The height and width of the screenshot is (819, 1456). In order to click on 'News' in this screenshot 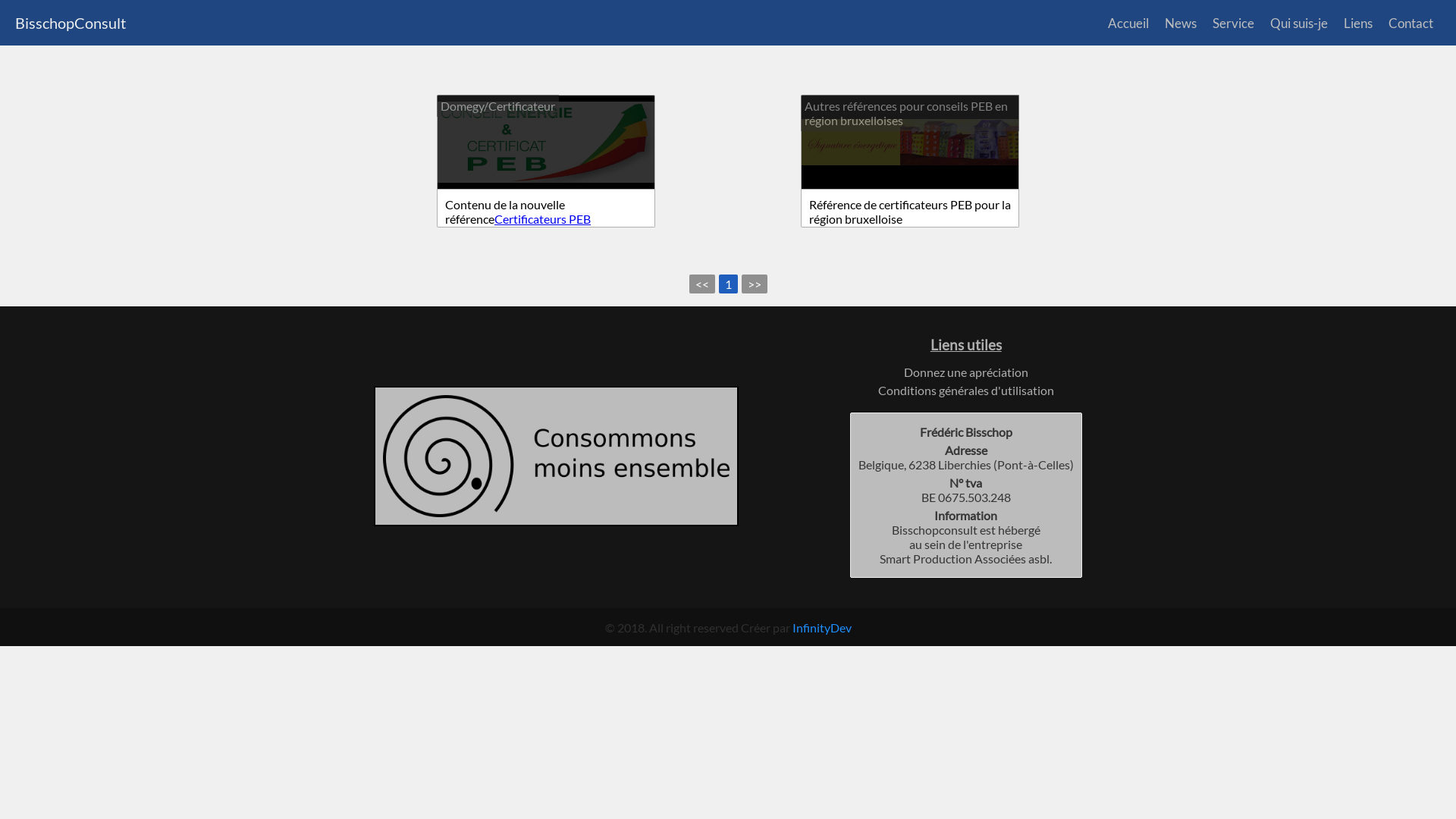, I will do `click(1179, 23)`.